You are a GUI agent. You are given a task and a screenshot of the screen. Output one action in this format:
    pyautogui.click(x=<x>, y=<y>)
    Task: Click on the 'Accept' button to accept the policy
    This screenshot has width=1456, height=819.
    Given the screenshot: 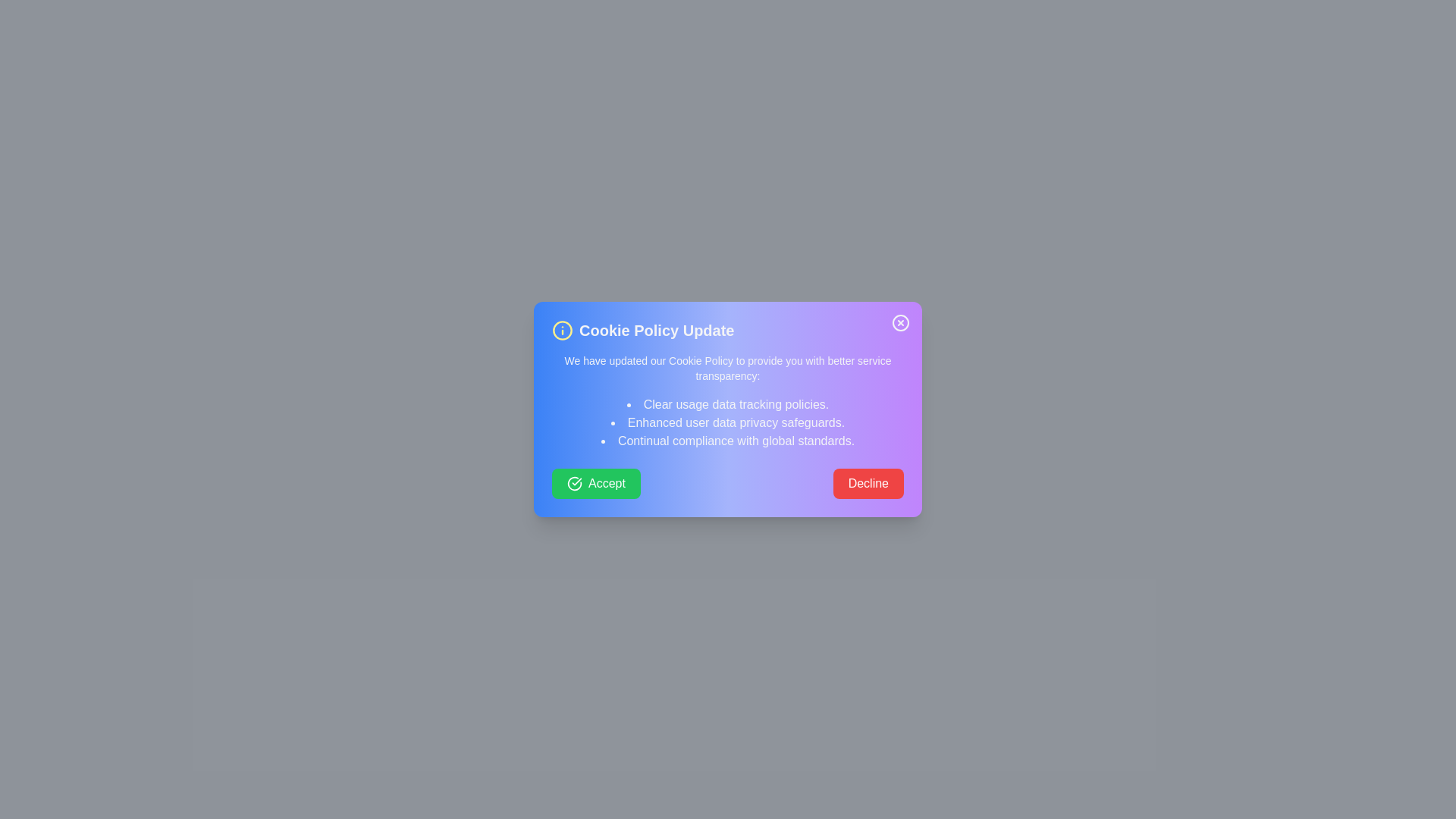 What is the action you would take?
    pyautogui.click(x=595, y=483)
    